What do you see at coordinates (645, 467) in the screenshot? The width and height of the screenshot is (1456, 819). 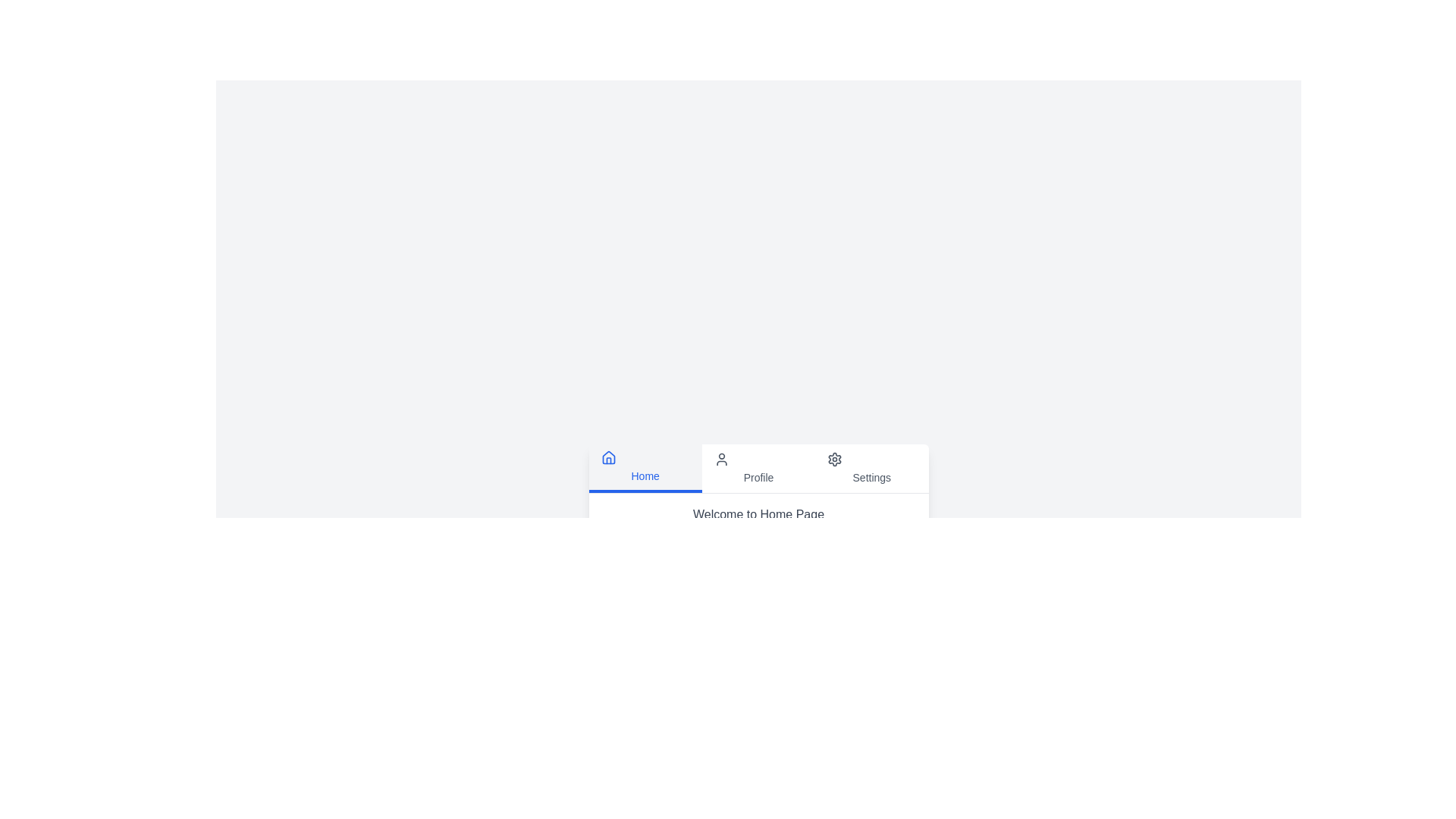 I see `the tab labeled 'Home' to switch to the respective tab` at bounding box center [645, 467].